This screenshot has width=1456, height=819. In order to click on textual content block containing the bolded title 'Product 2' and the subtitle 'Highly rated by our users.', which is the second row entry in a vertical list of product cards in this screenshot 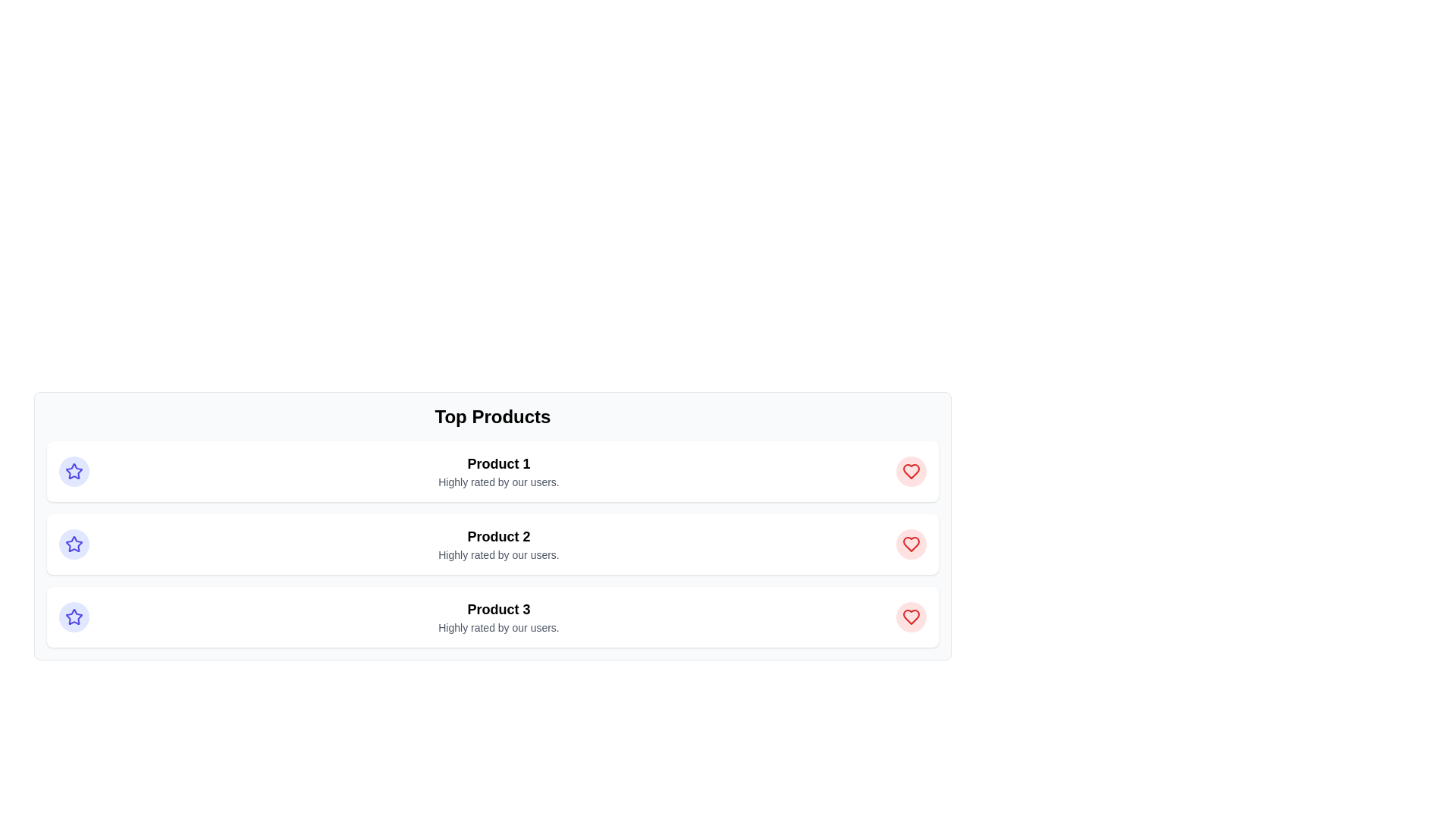, I will do `click(498, 543)`.